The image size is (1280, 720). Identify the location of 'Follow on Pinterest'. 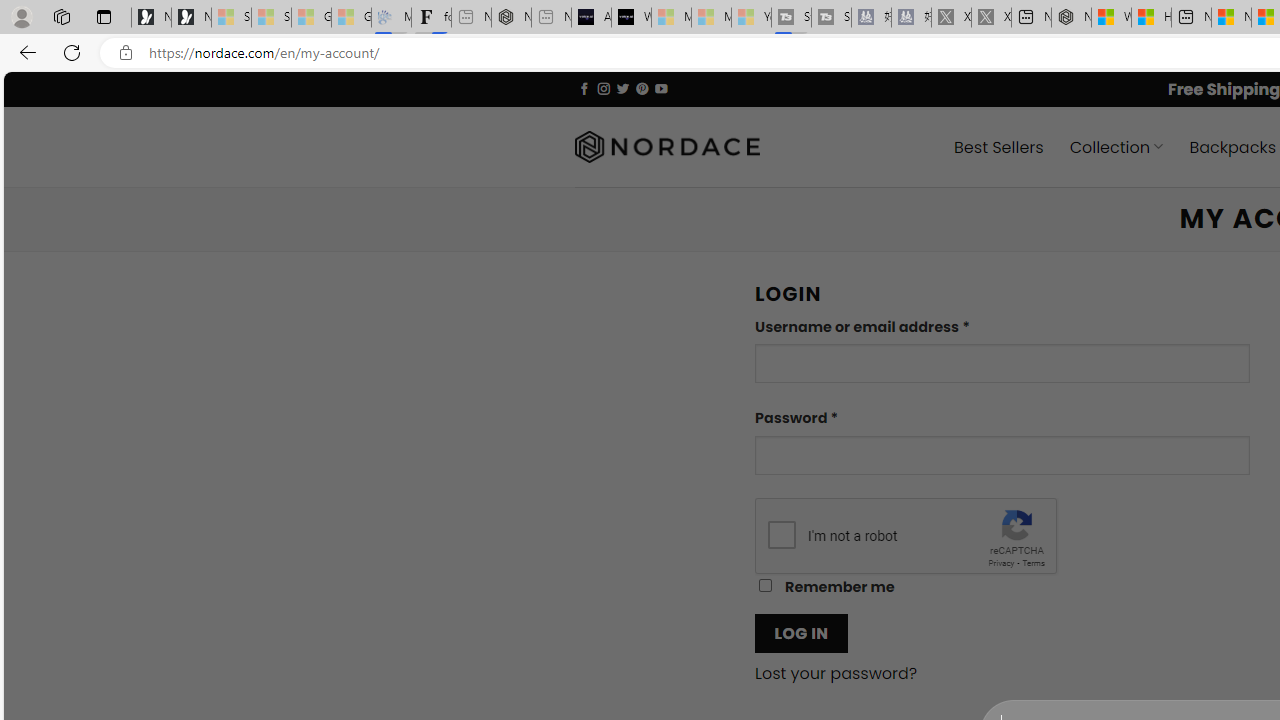
(642, 87).